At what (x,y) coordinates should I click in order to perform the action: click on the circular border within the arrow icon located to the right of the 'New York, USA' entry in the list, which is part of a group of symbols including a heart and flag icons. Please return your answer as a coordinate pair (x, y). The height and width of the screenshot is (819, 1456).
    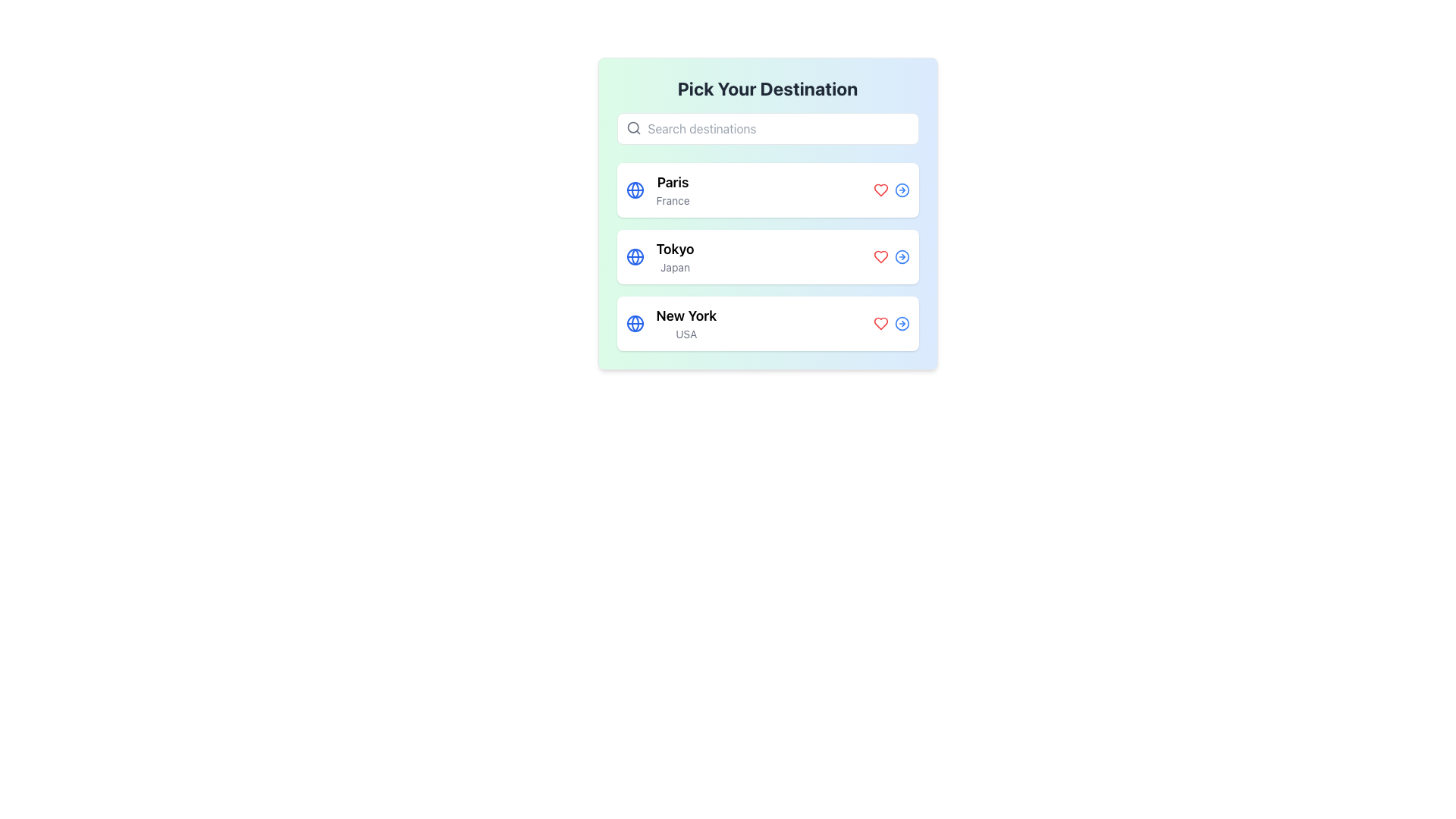
    Looking at the image, I should click on (902, 323).